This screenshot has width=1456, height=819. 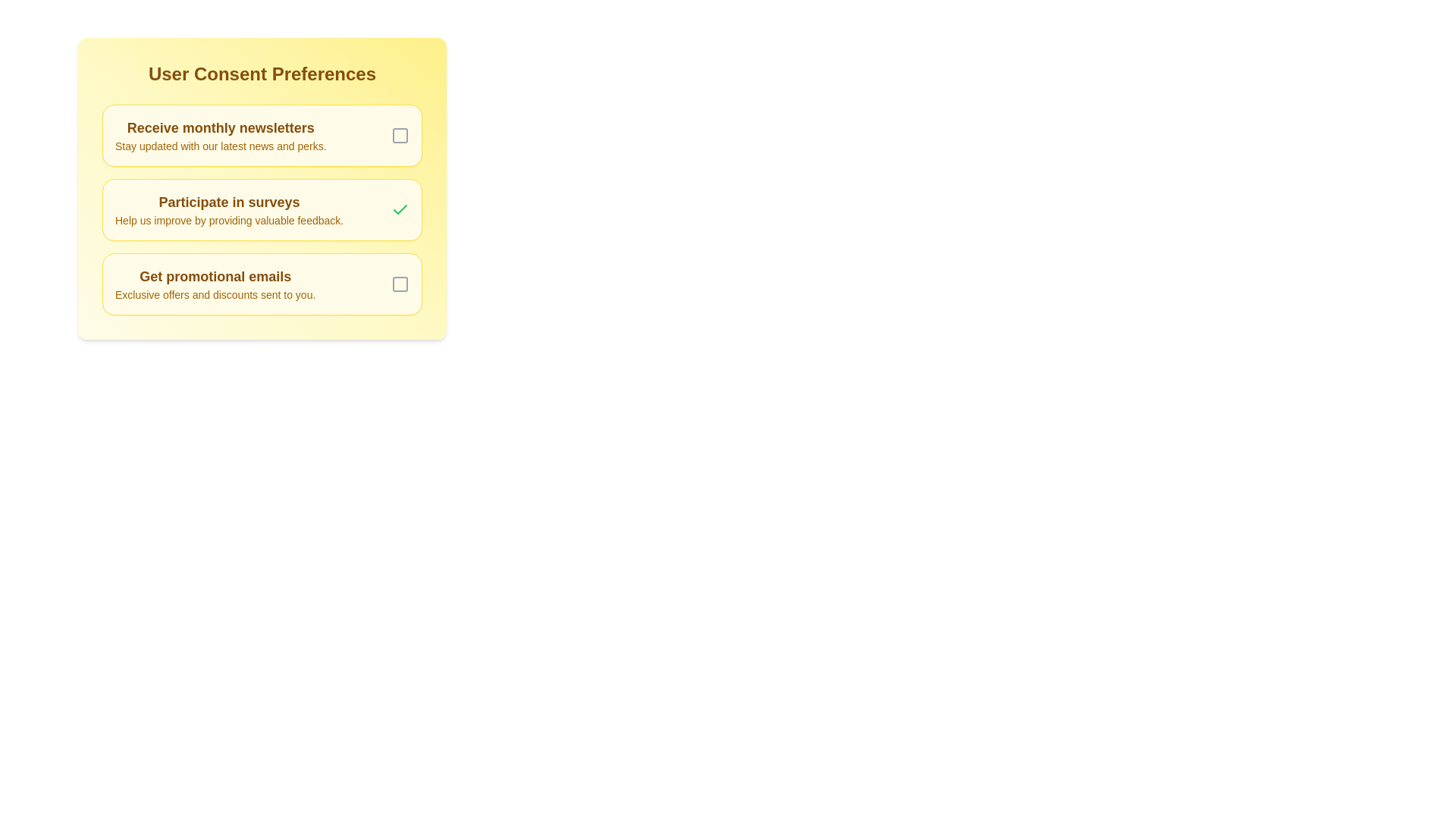 What do you see at coordinates (215, 277) in the screenshot?
I see `the text label that indicates it is associated with receiving promotional emails, located above the text 'Exclusive offers and discounts sent to you.' in the 'User Consent Preferences' card` at bounding box center [215, 277].